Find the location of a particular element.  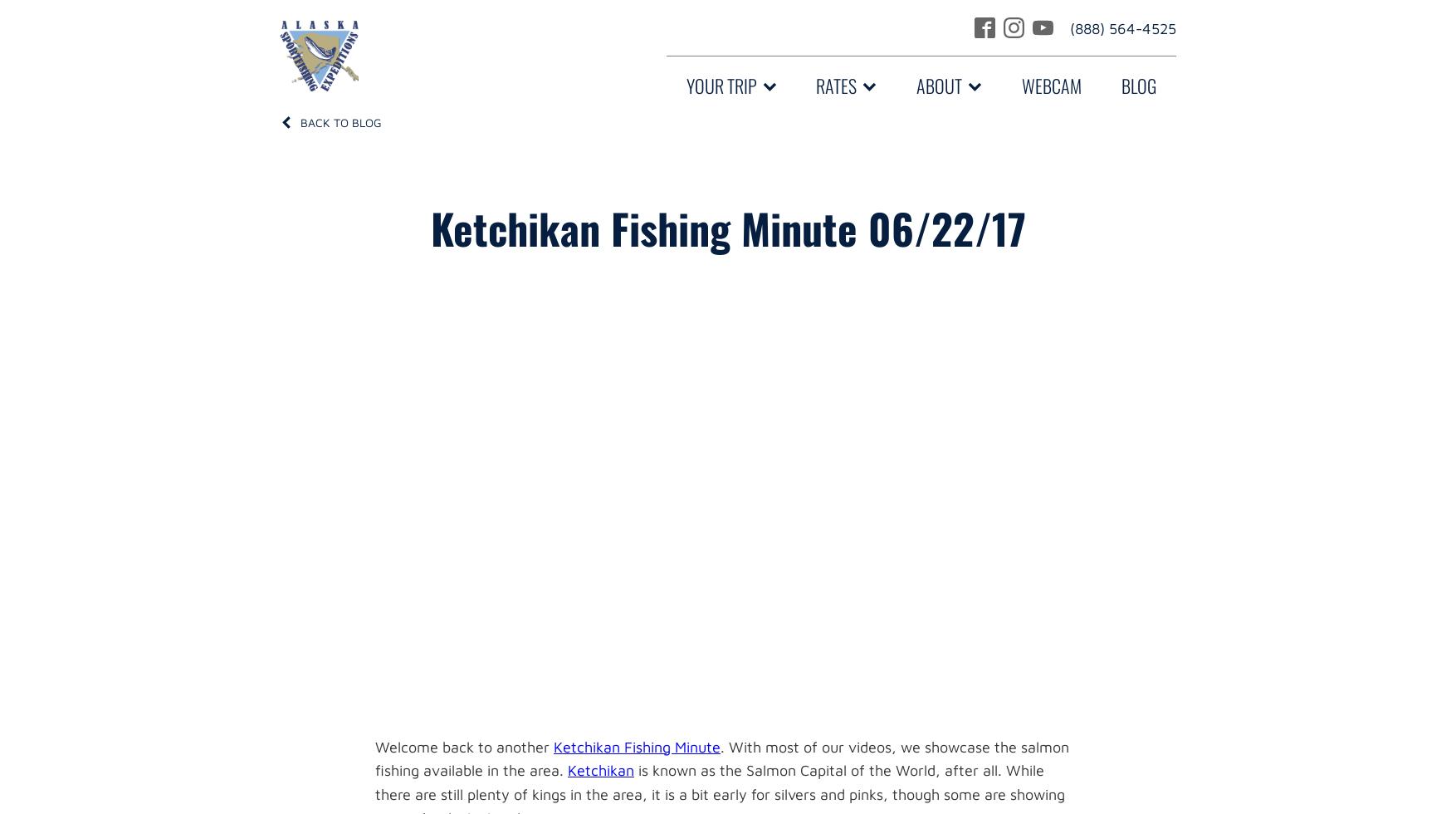

'Specials' is located at coordinates (846, 382).